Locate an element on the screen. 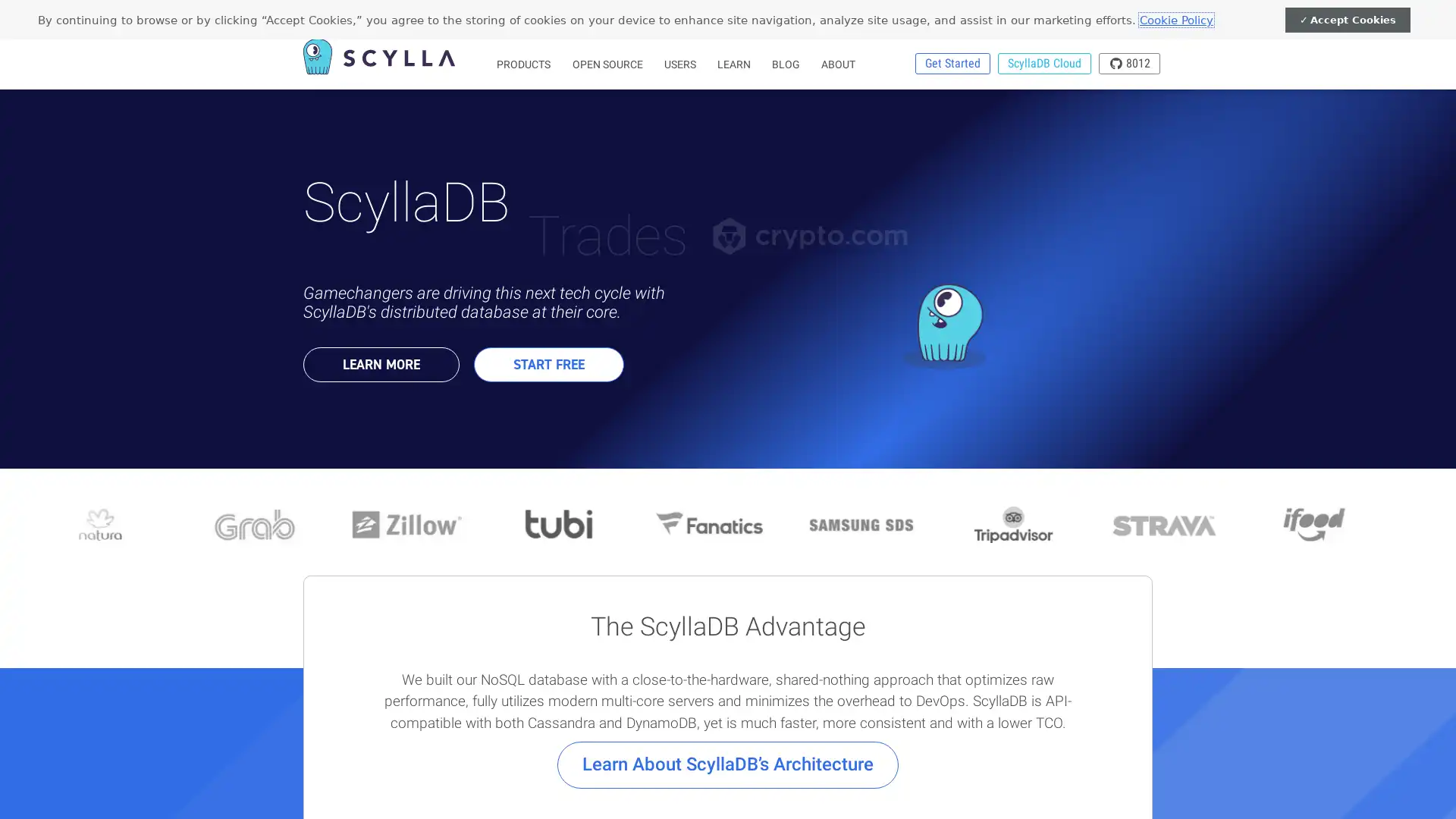 The height and width of the screenshot is (819, 1456). Accept Cookies is located at coordinates (1348, 20).